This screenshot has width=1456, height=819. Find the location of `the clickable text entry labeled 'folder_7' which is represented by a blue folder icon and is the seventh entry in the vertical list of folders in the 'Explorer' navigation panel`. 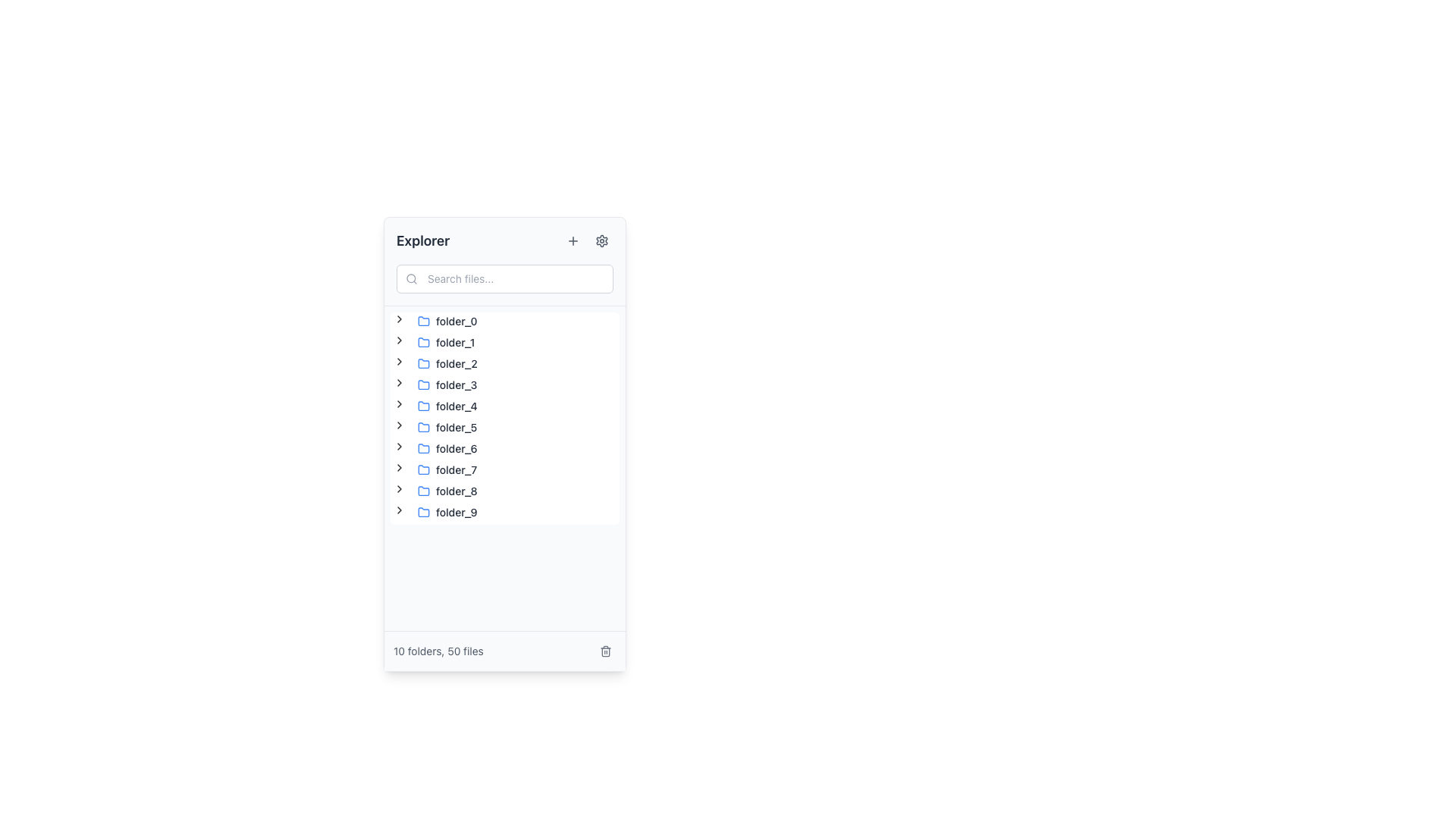

the clickable text entry labeled 'folder_7' which is represented by a blue folder icon and is the seventh entry in the vertical list of folders in the 'Explorer' navigation panel is located at coordinates (447, 469).